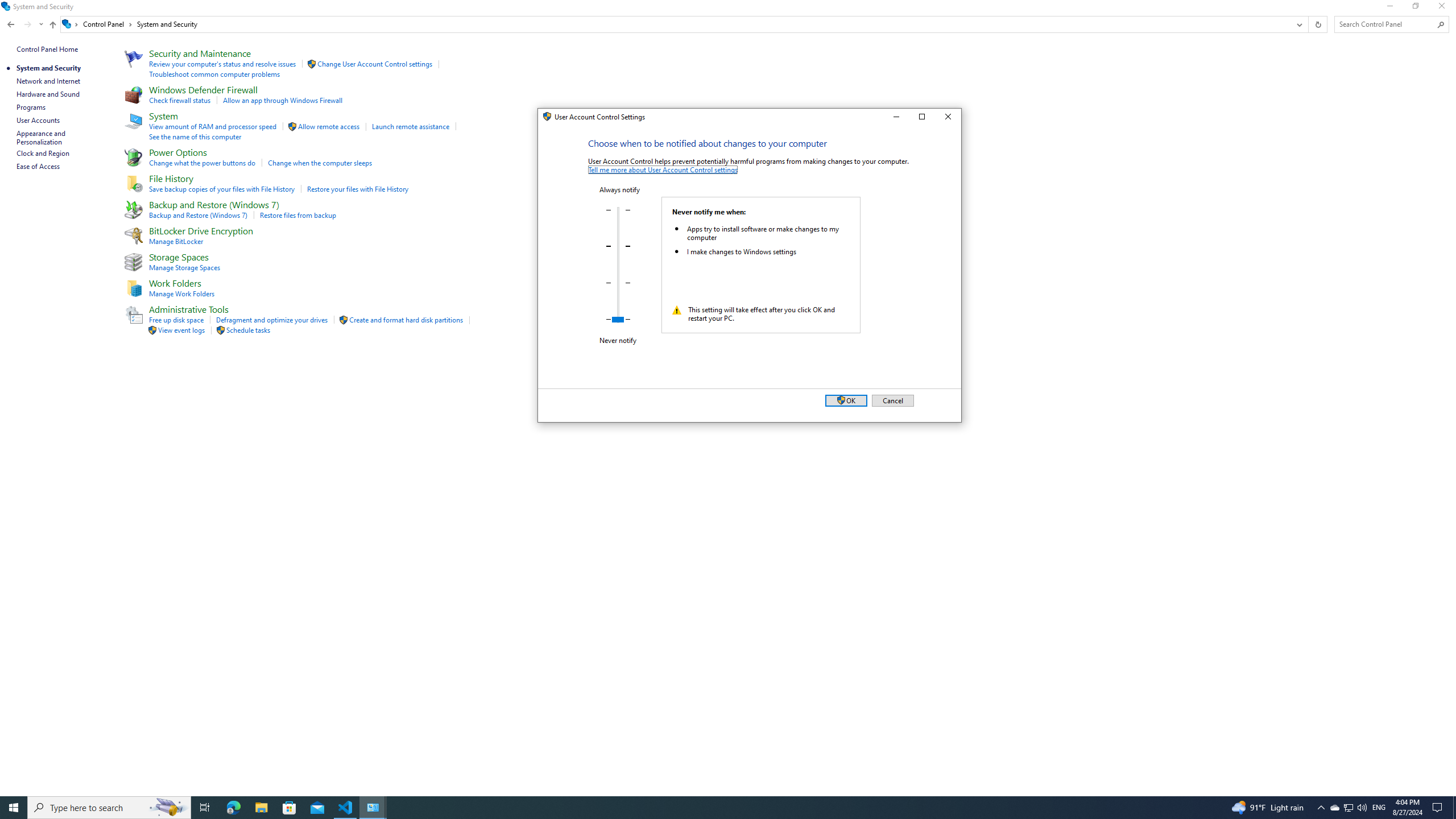 This screenshot has height=819, width=1456. I want to click on 'Microsoft Store', so click(289, 806).